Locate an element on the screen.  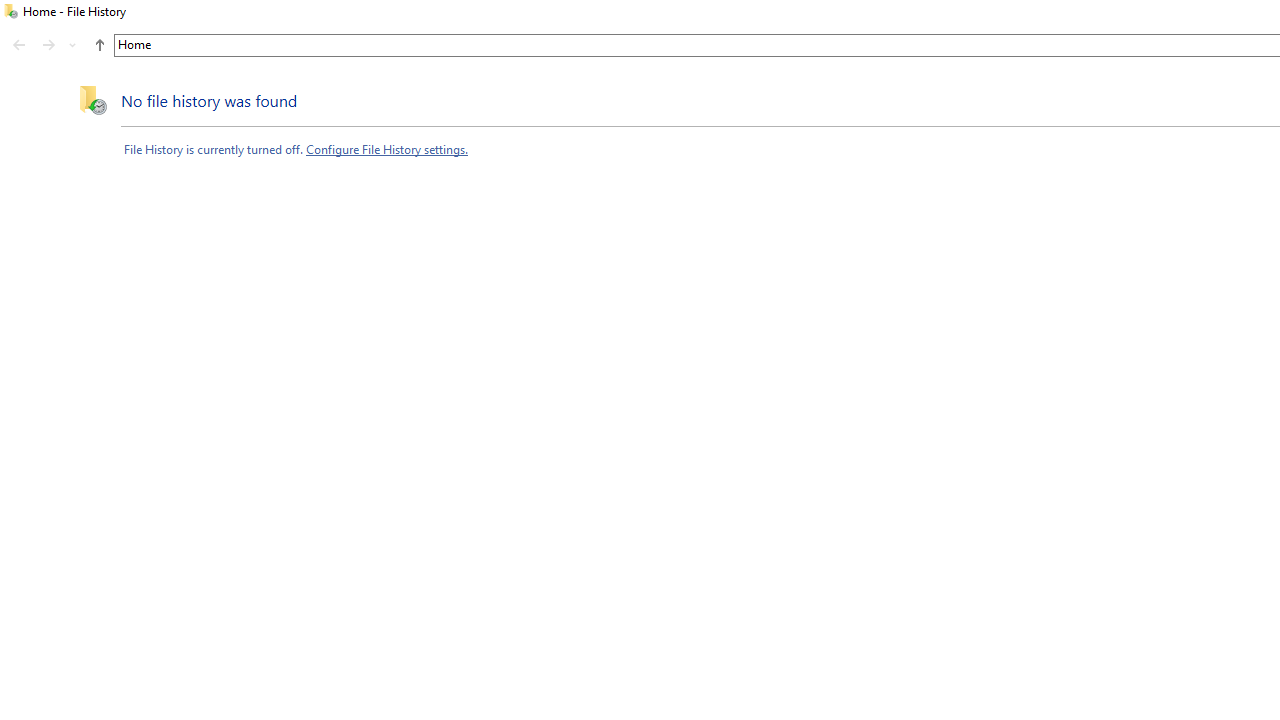
'Recent locations' is located at coordinates (71, 45).